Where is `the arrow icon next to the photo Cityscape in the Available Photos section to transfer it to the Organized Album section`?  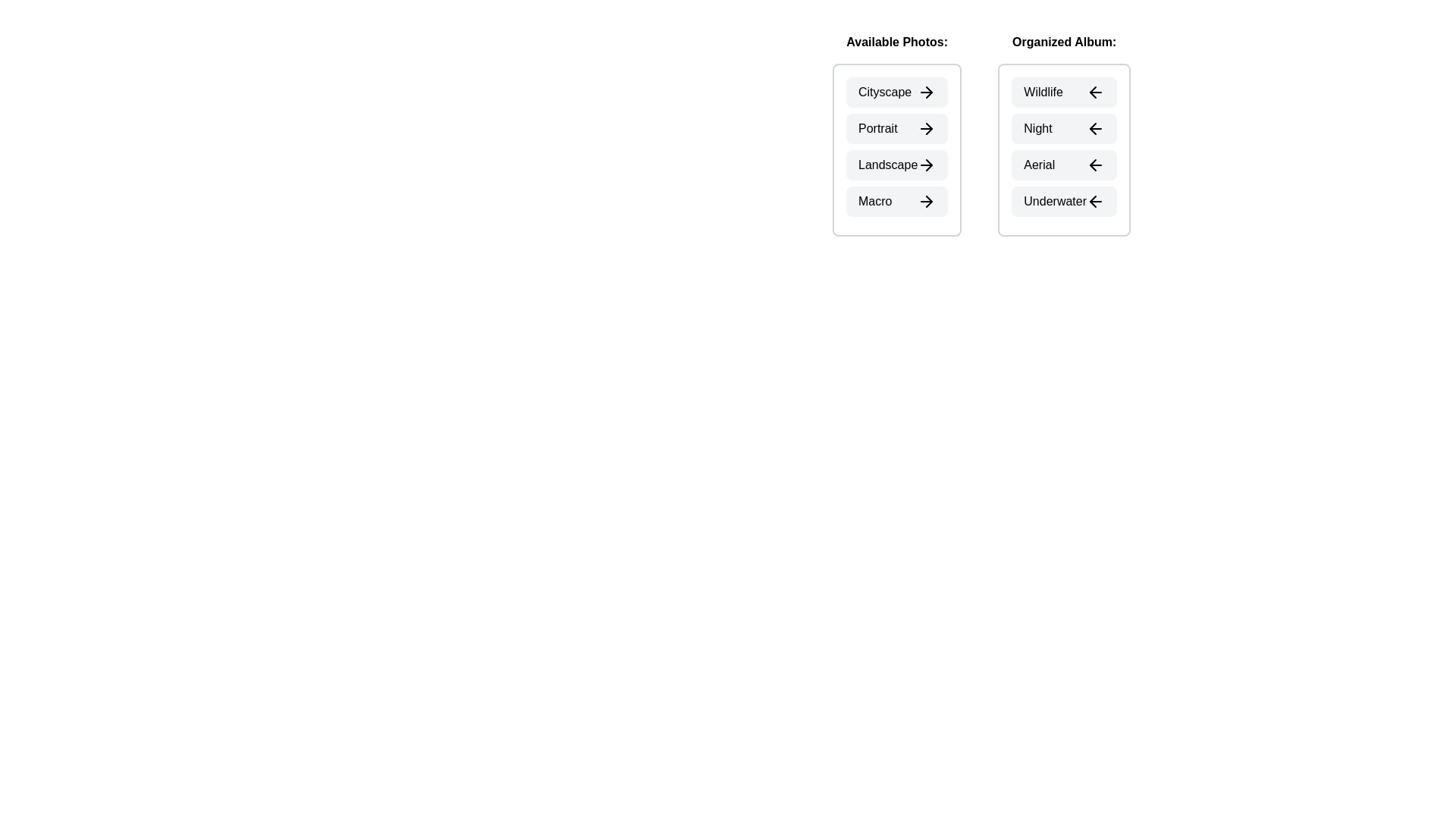 the arrow icon next to the photo Cityscape in the Available Photos section to transfer it to the Organized Album section is located at coordinates (926, 93).